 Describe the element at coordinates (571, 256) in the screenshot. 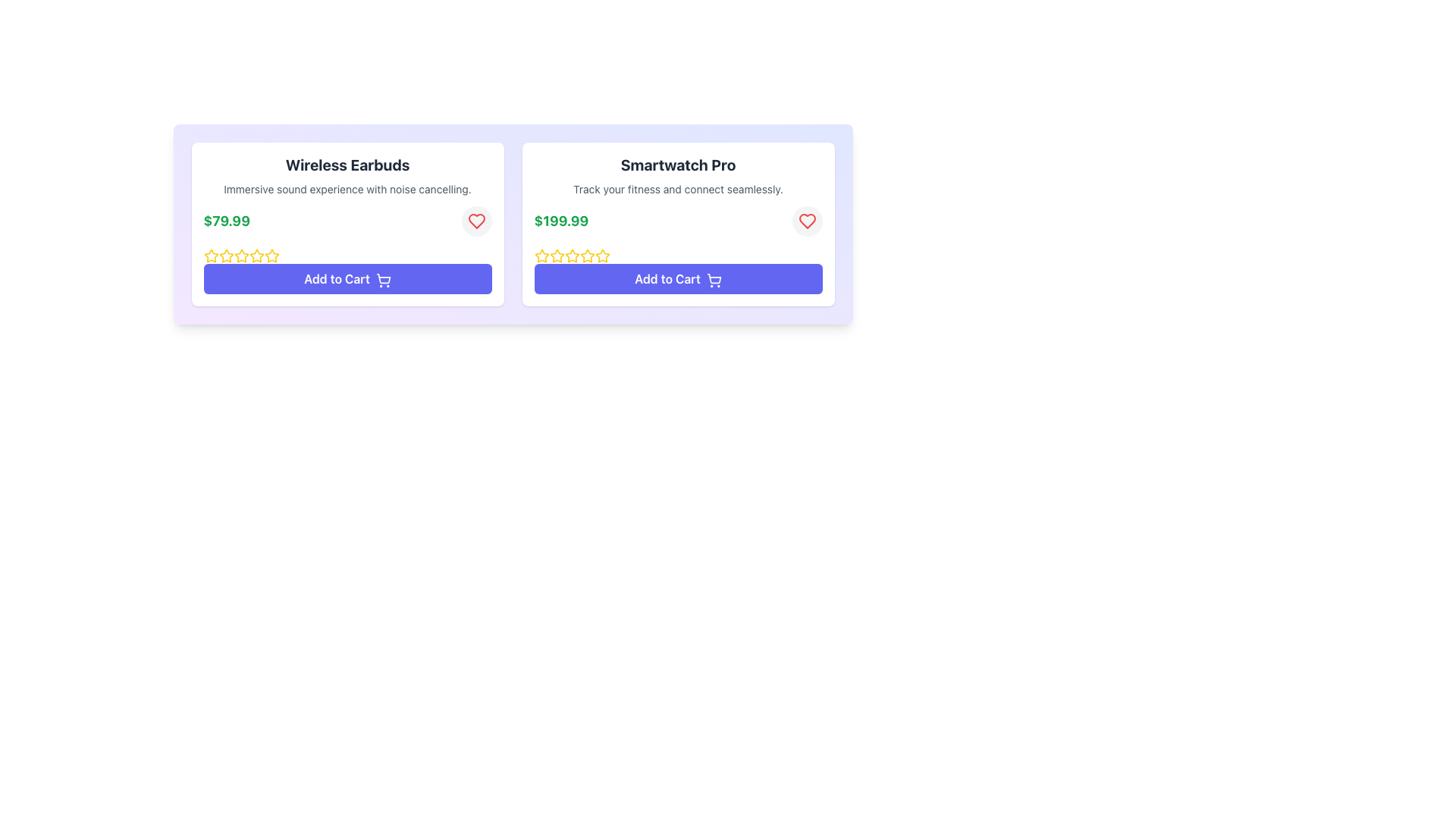

I see `the fourth star icon in the rating system, located under the price label '$199.99' in the second card of the product grid` at that location.